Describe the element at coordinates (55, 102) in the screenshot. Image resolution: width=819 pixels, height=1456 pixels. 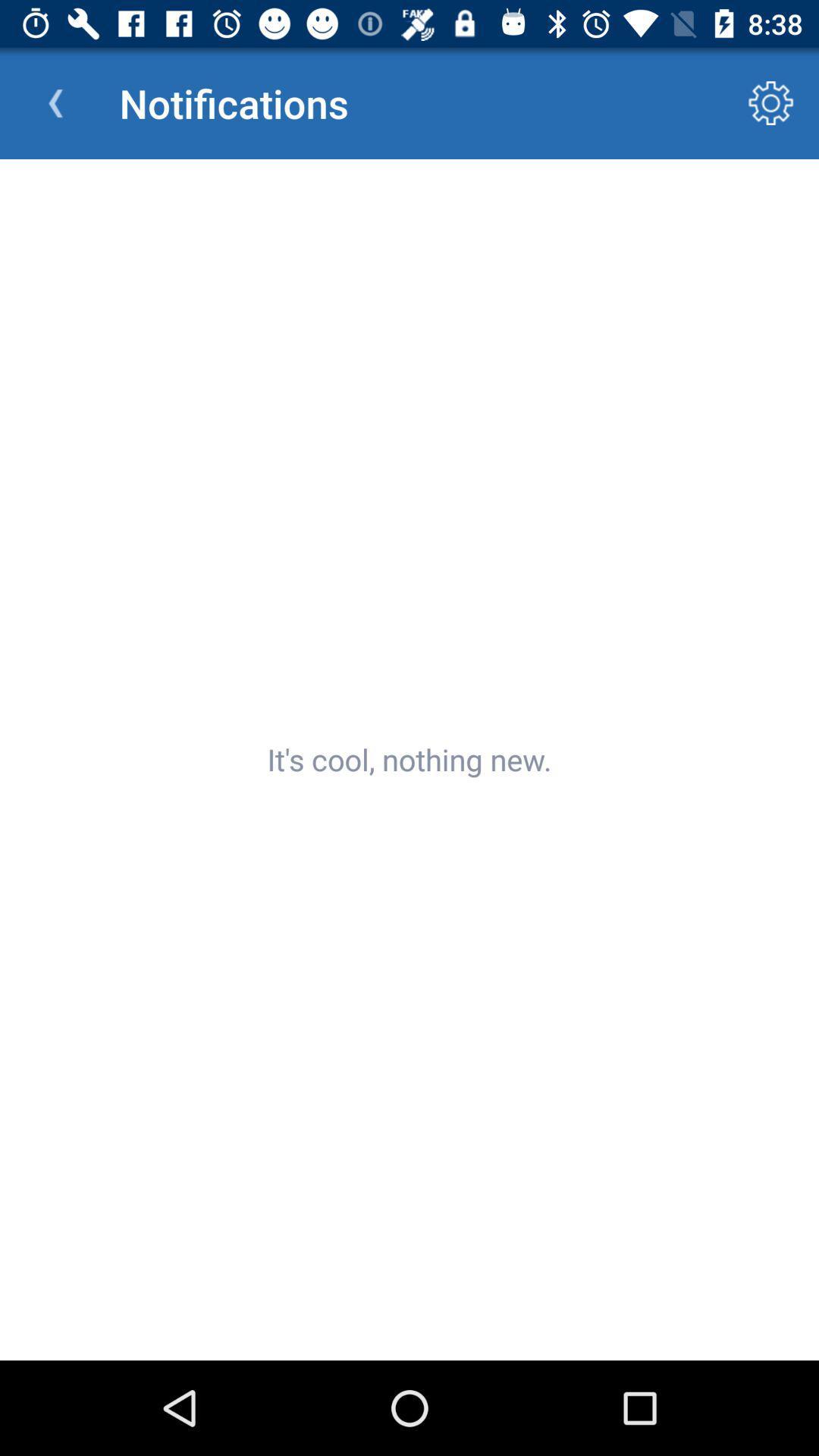
I see `item to the left of the notifications icon` at that location.